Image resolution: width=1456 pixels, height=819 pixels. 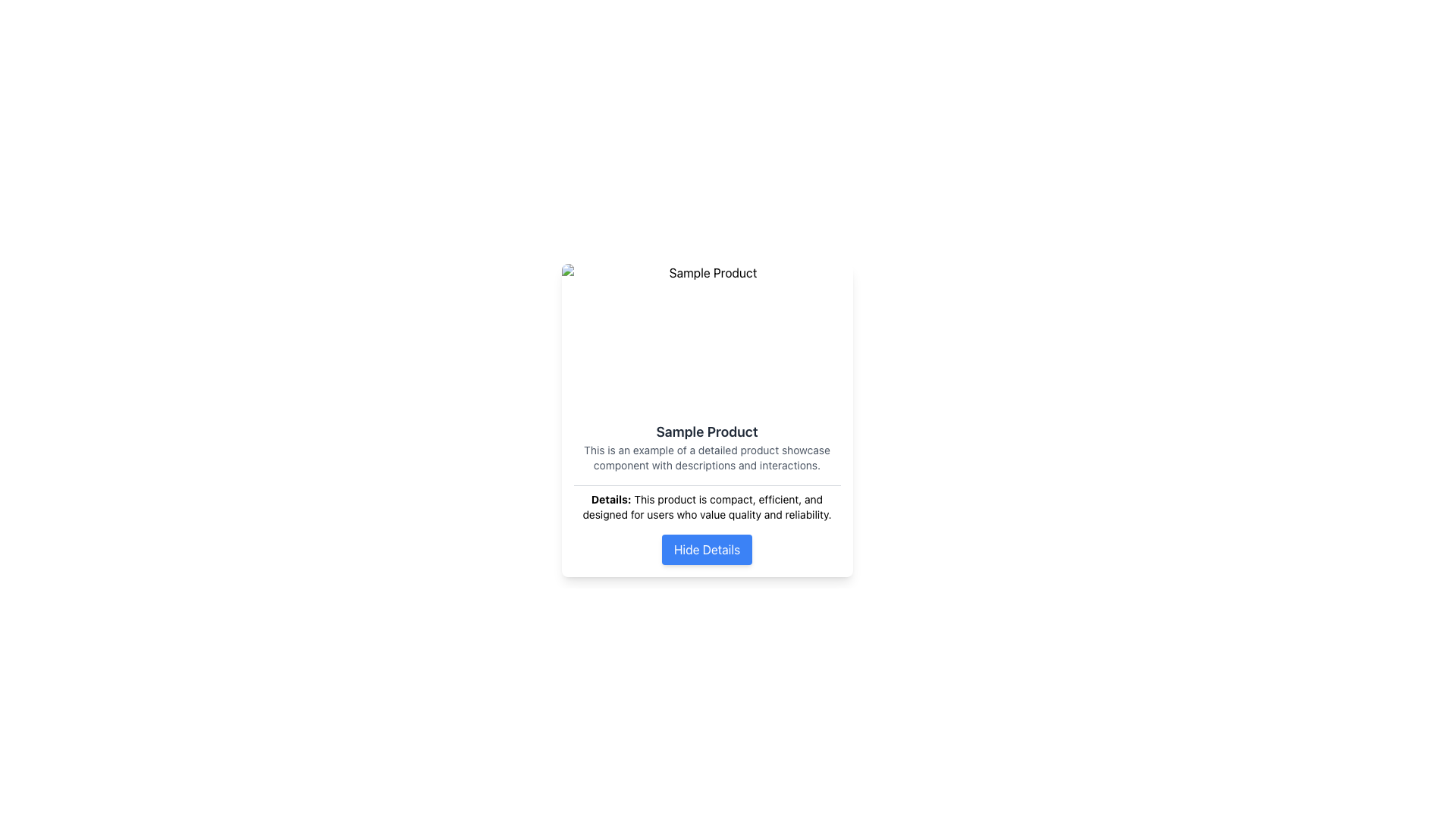 What do you see at coordinates (706, 457) in the screenshot?
I see `the Text Label that provides detailed information about the 'Sample Product', positioned below its title and above the descriptive text starting with 'Details:'` at bounding box center [706, 457].